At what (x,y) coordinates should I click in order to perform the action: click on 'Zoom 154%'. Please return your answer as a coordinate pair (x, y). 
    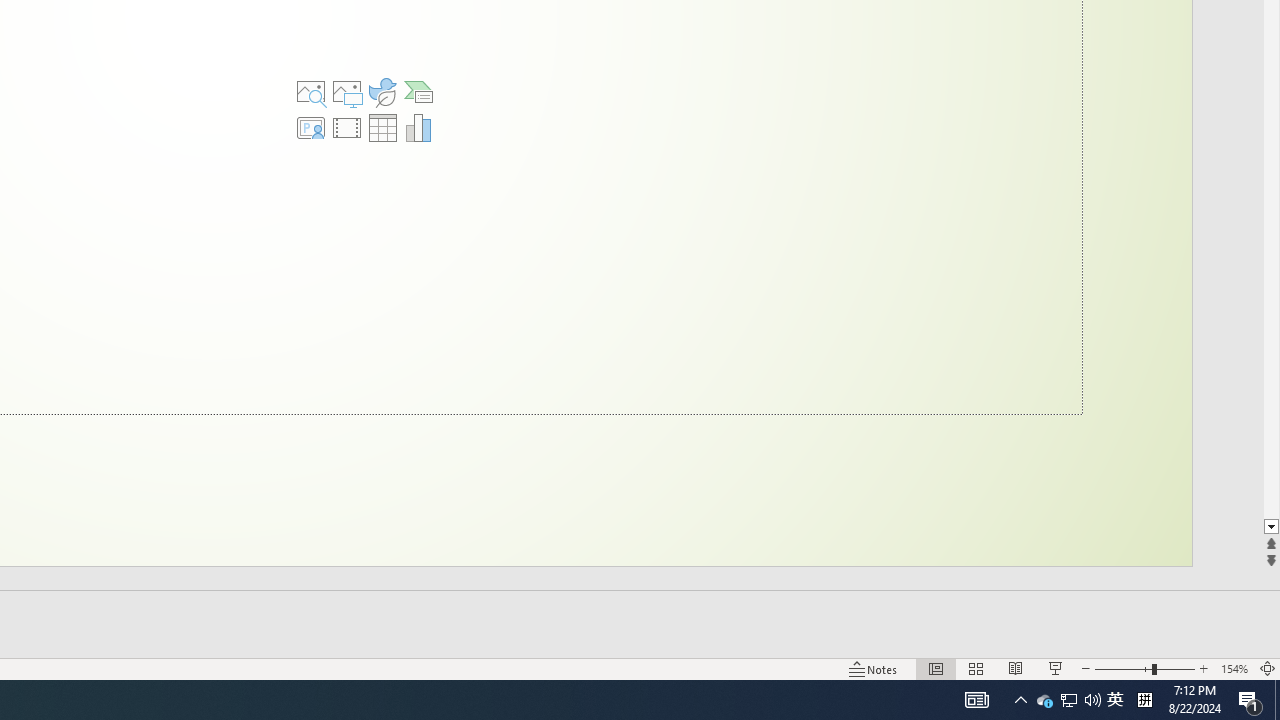
    Looking at the image, I should click on (1233, 669).